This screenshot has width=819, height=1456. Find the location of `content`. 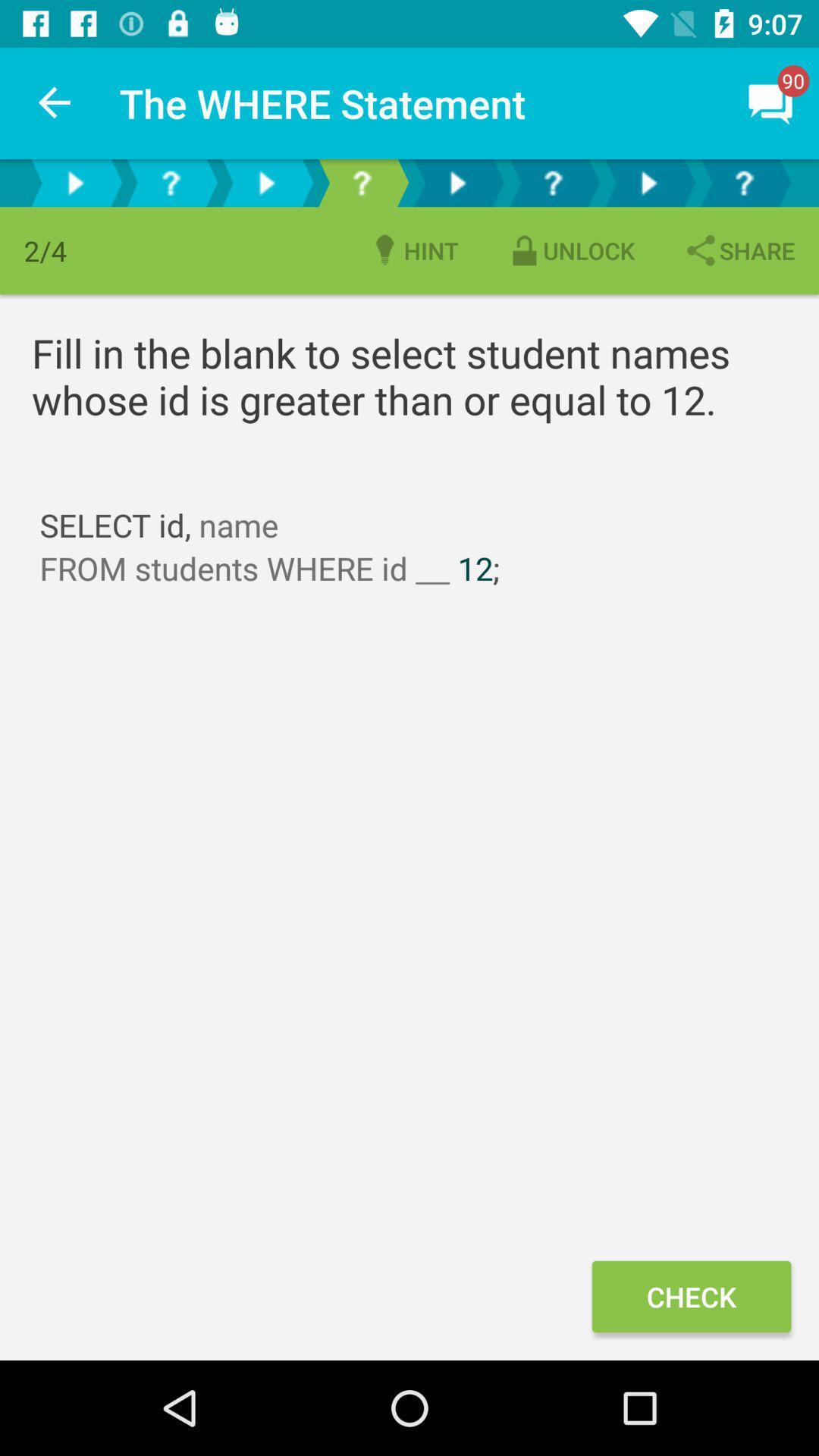

content is located at coordinates (456, 182).